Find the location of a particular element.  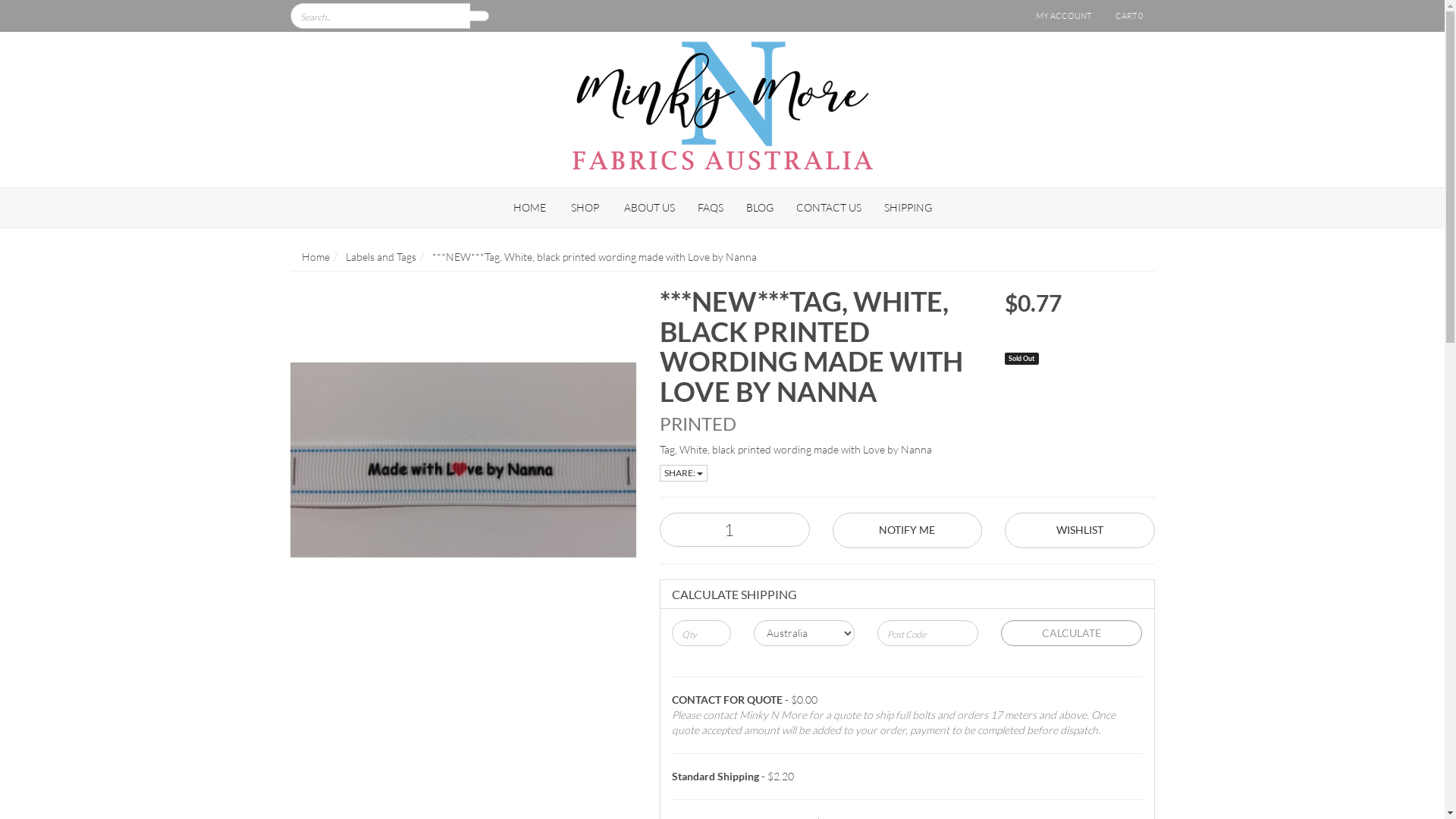

'SHOP' is located at coordinates (584, 207).